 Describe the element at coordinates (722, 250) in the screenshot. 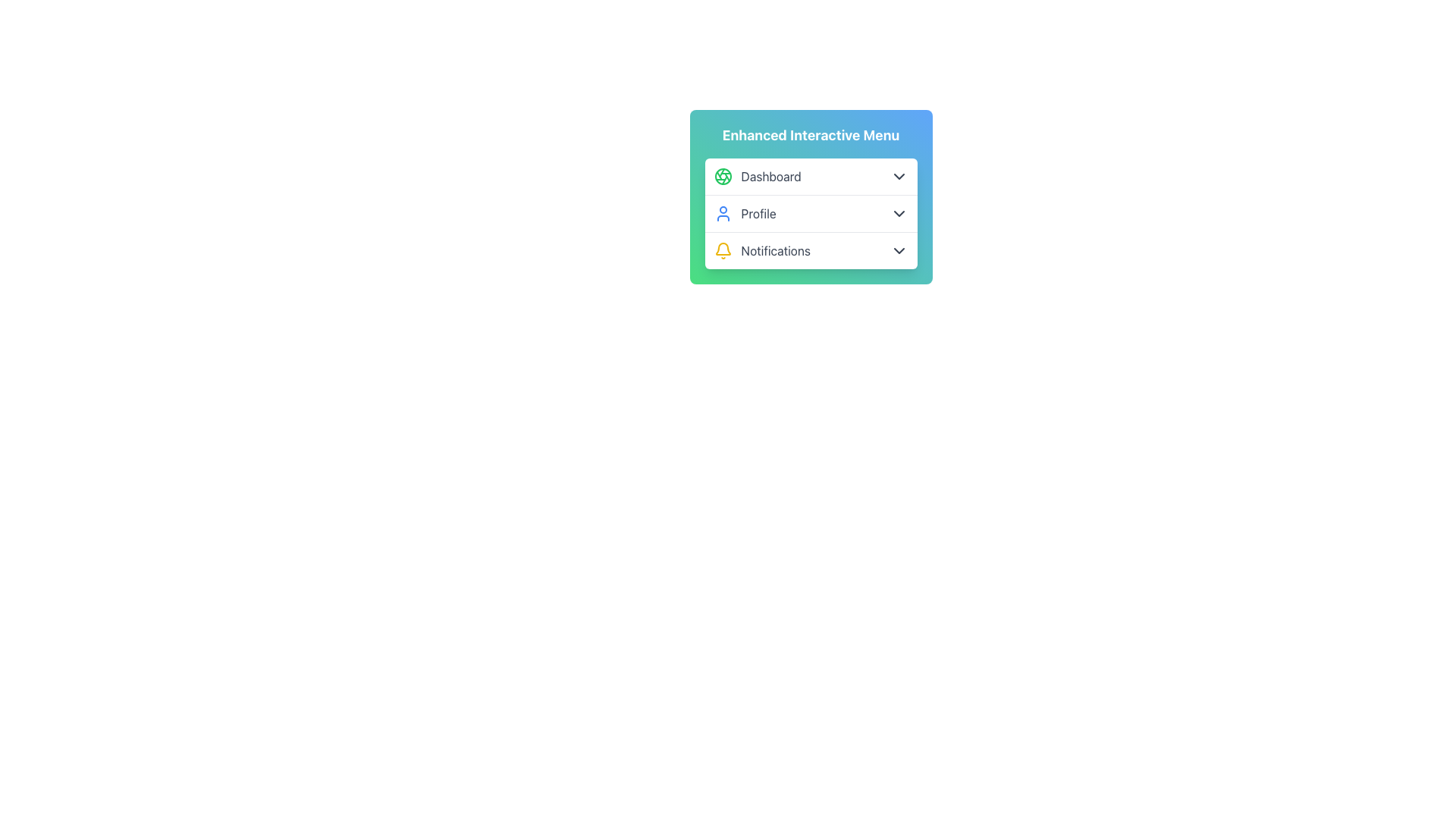

I see `the notifications icon located as the leftmost item in the bottom group of the vertical menu, adjacent to the label 'Notifications'` at that location.